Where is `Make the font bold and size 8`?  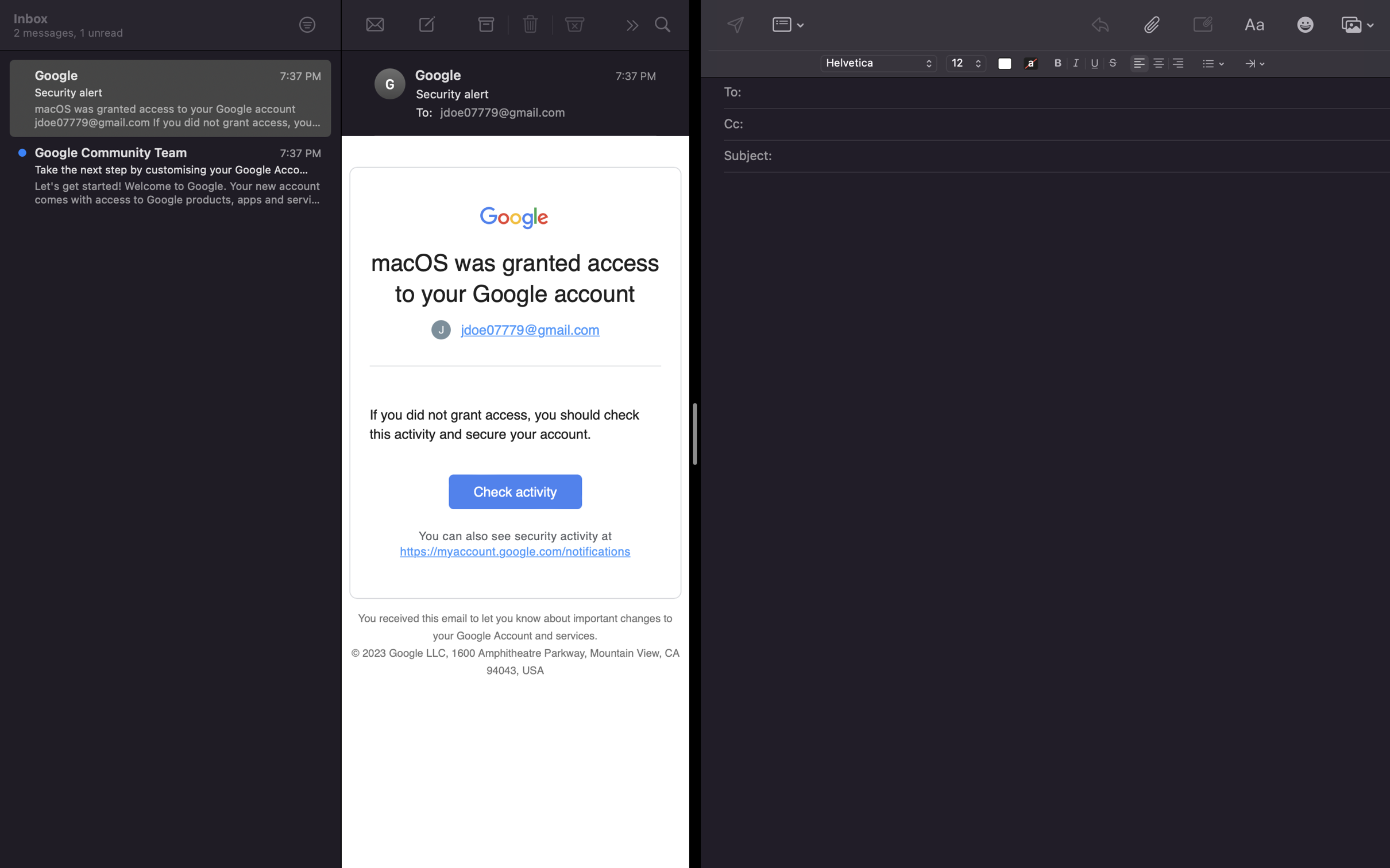 Make the font bold and size 8 is located at coordinates (1058, 62).